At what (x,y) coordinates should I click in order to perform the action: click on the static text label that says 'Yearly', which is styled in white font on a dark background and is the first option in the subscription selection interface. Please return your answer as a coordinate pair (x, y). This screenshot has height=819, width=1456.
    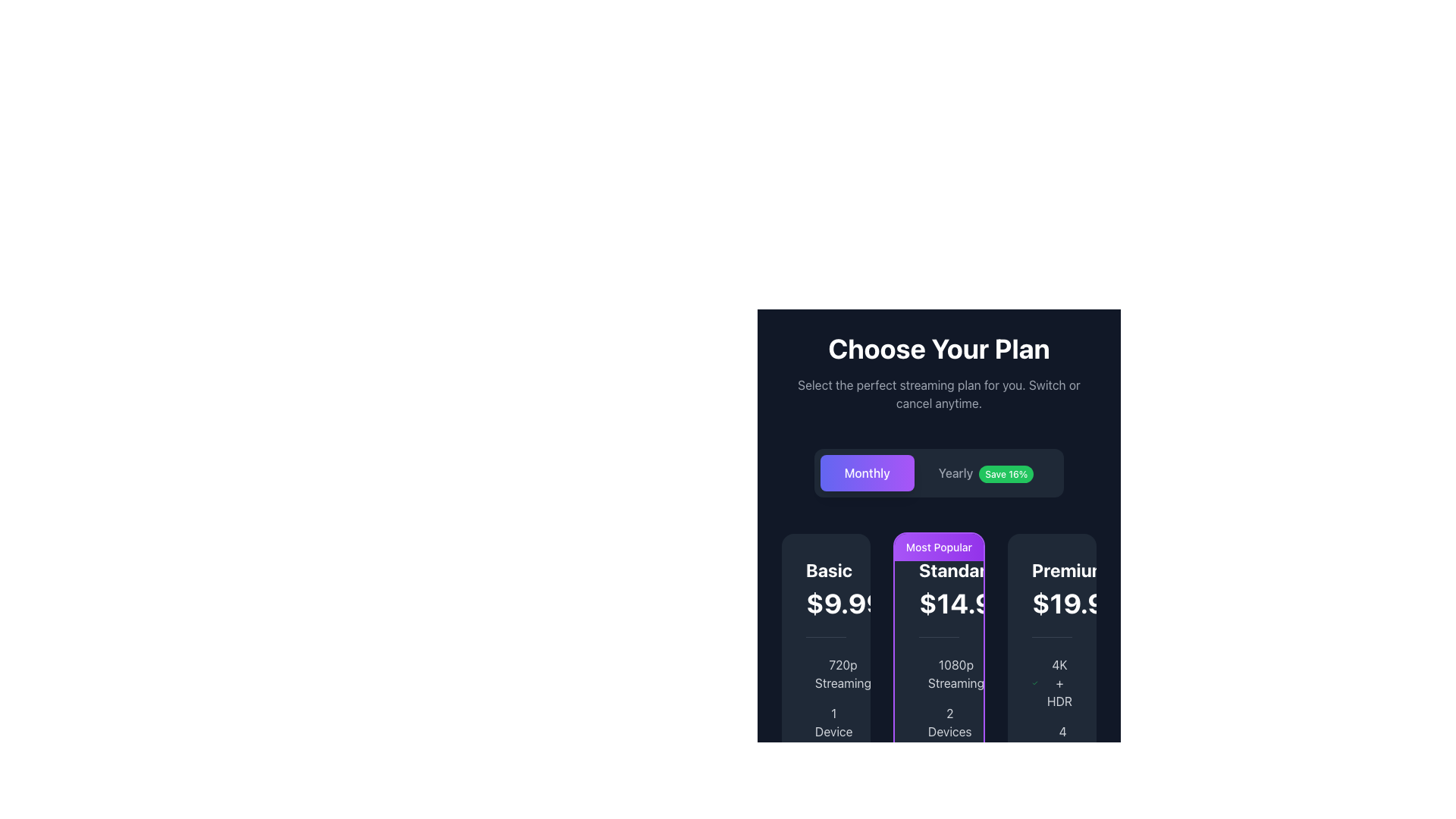
    Looking at the image, I should click on (955, 472).